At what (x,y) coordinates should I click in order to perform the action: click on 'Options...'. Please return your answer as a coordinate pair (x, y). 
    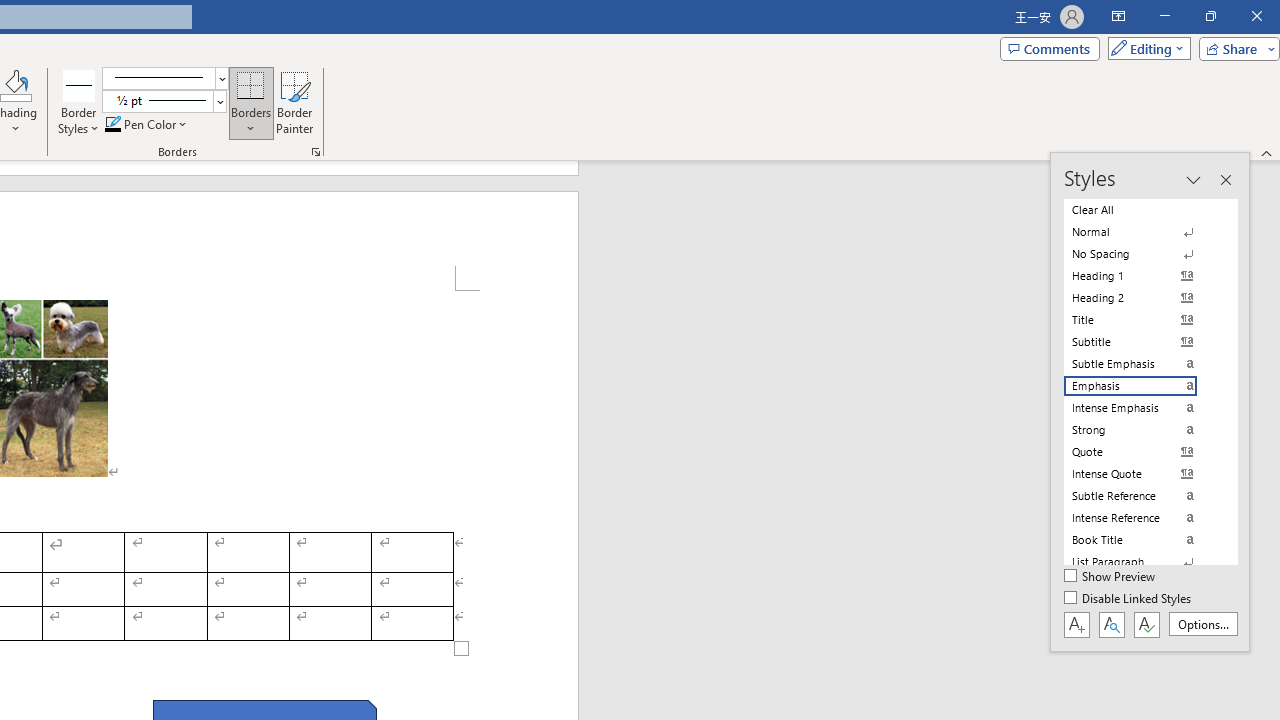
    Looking at the image, I should click on (1202, 622).